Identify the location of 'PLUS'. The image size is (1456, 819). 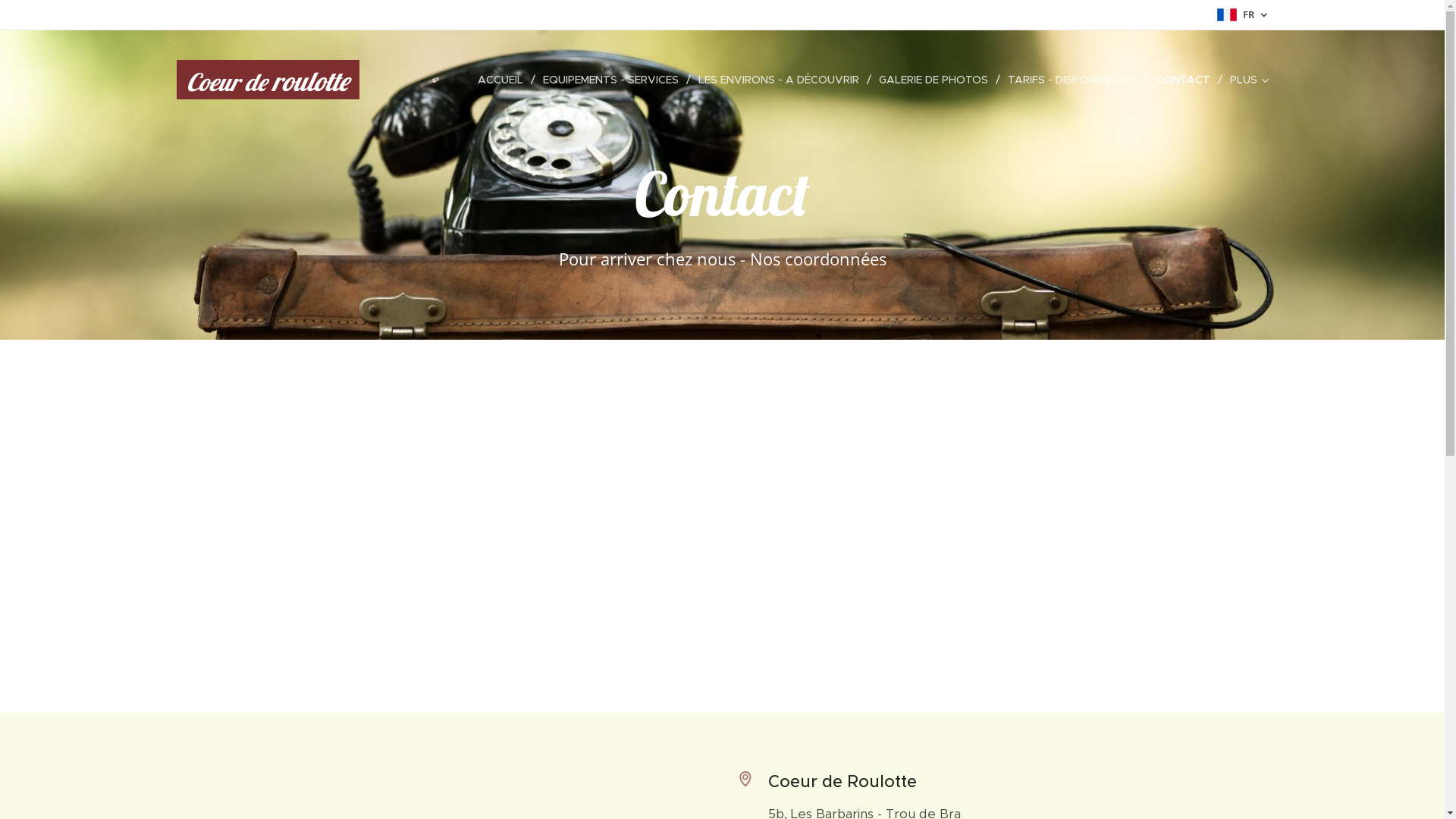
(1245, 79).